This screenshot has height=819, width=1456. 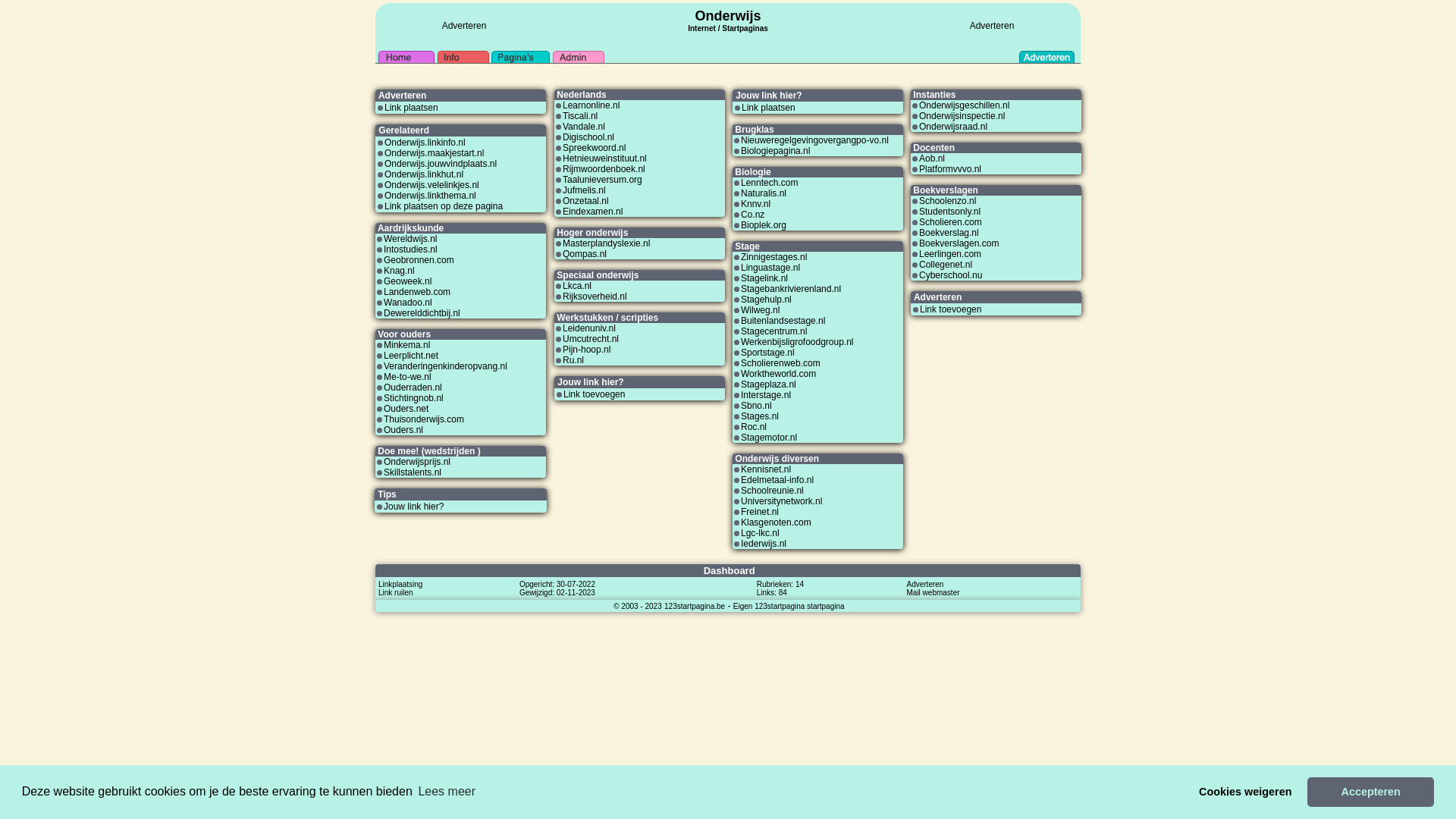 I want to click on 'Edelmetaal-info.nl', so click(x=777, y=479).